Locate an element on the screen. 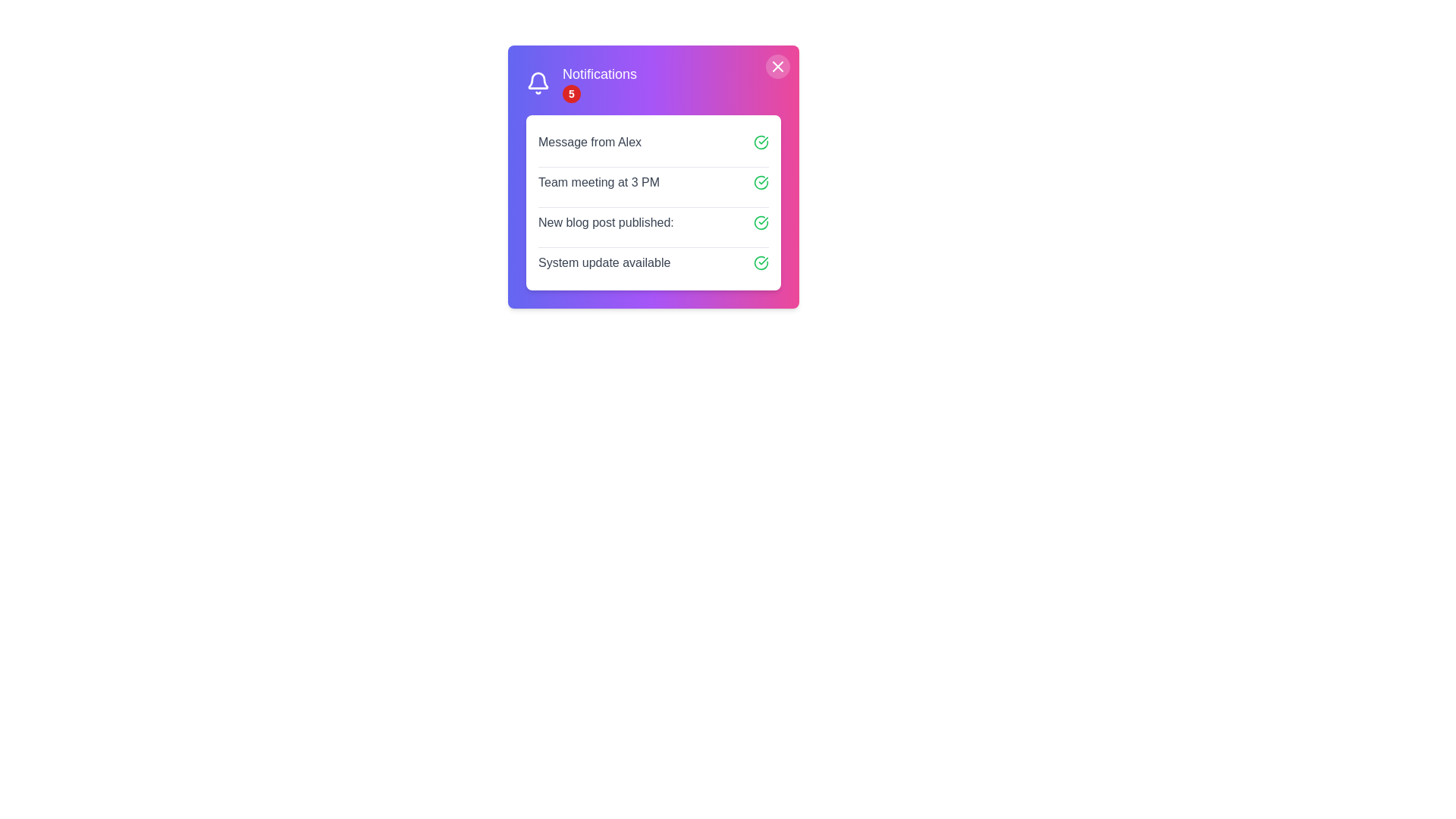 The image size is (1456, 819). the green checkmark icon in the notification item that reads 'System update available' for acknowledgment is located at coordinates (654, 262).